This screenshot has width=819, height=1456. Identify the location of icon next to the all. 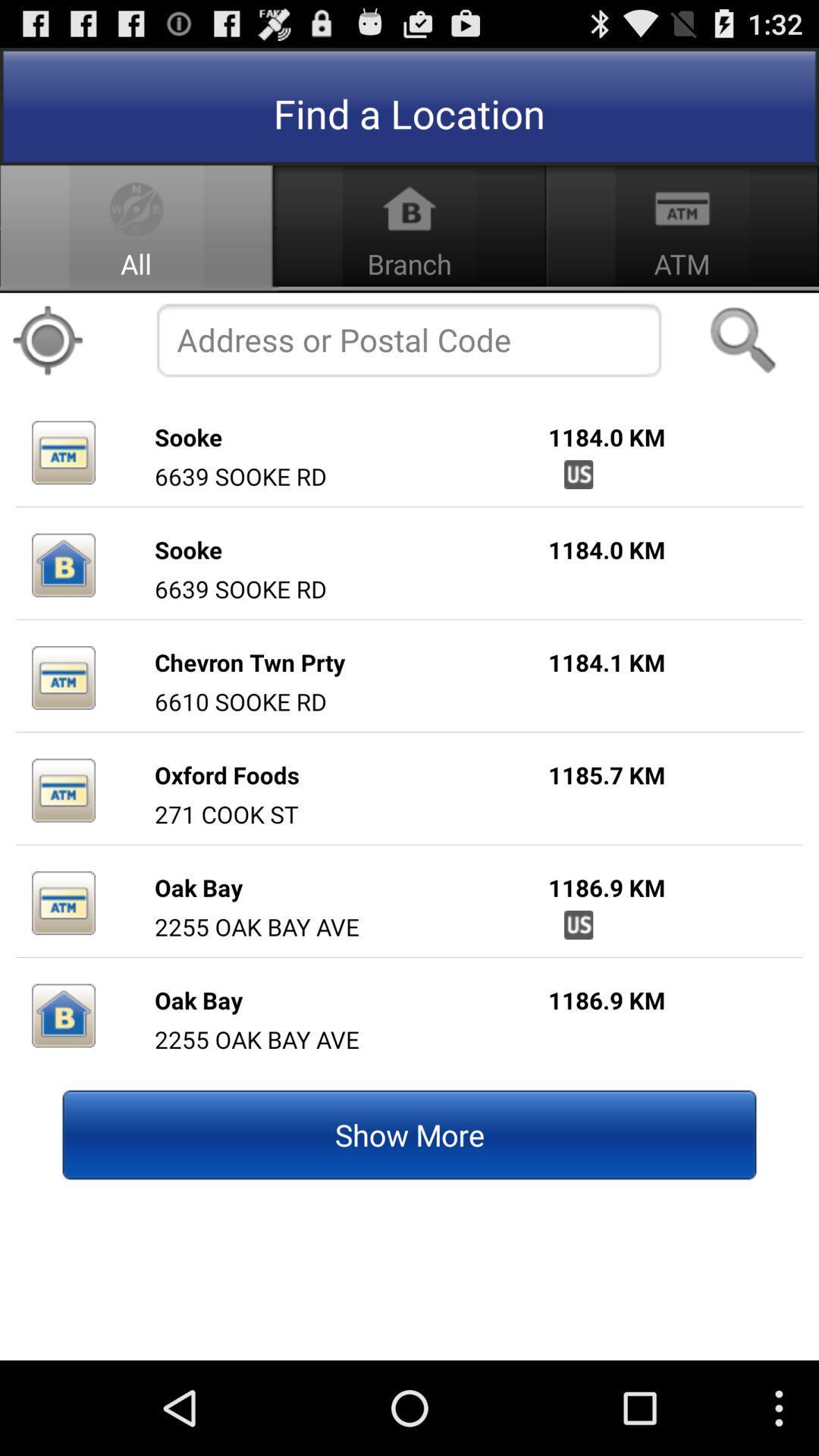
(46, 340).